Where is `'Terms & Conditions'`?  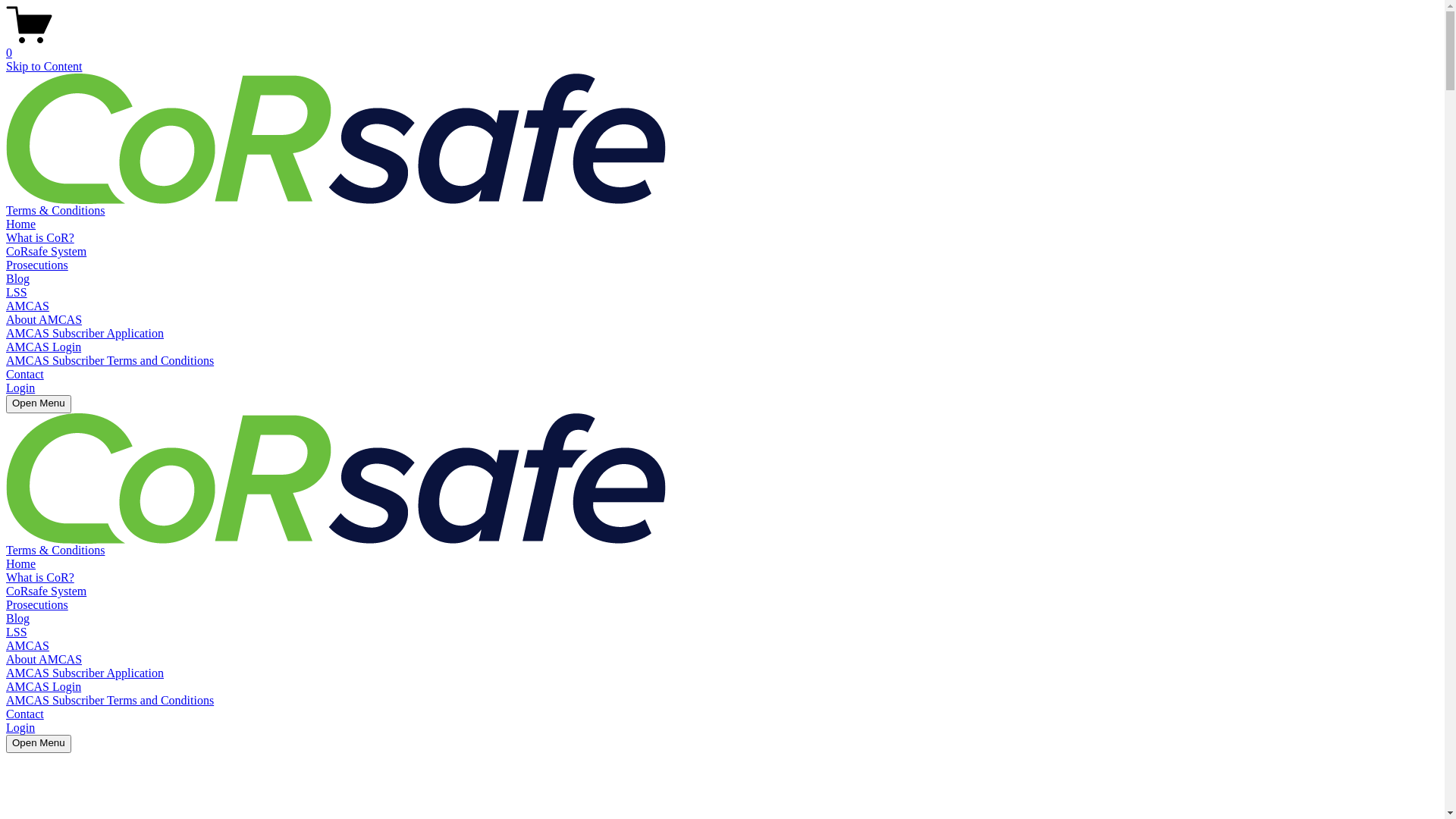 'Terms & Conditions' is located at coordinates (55, 210).